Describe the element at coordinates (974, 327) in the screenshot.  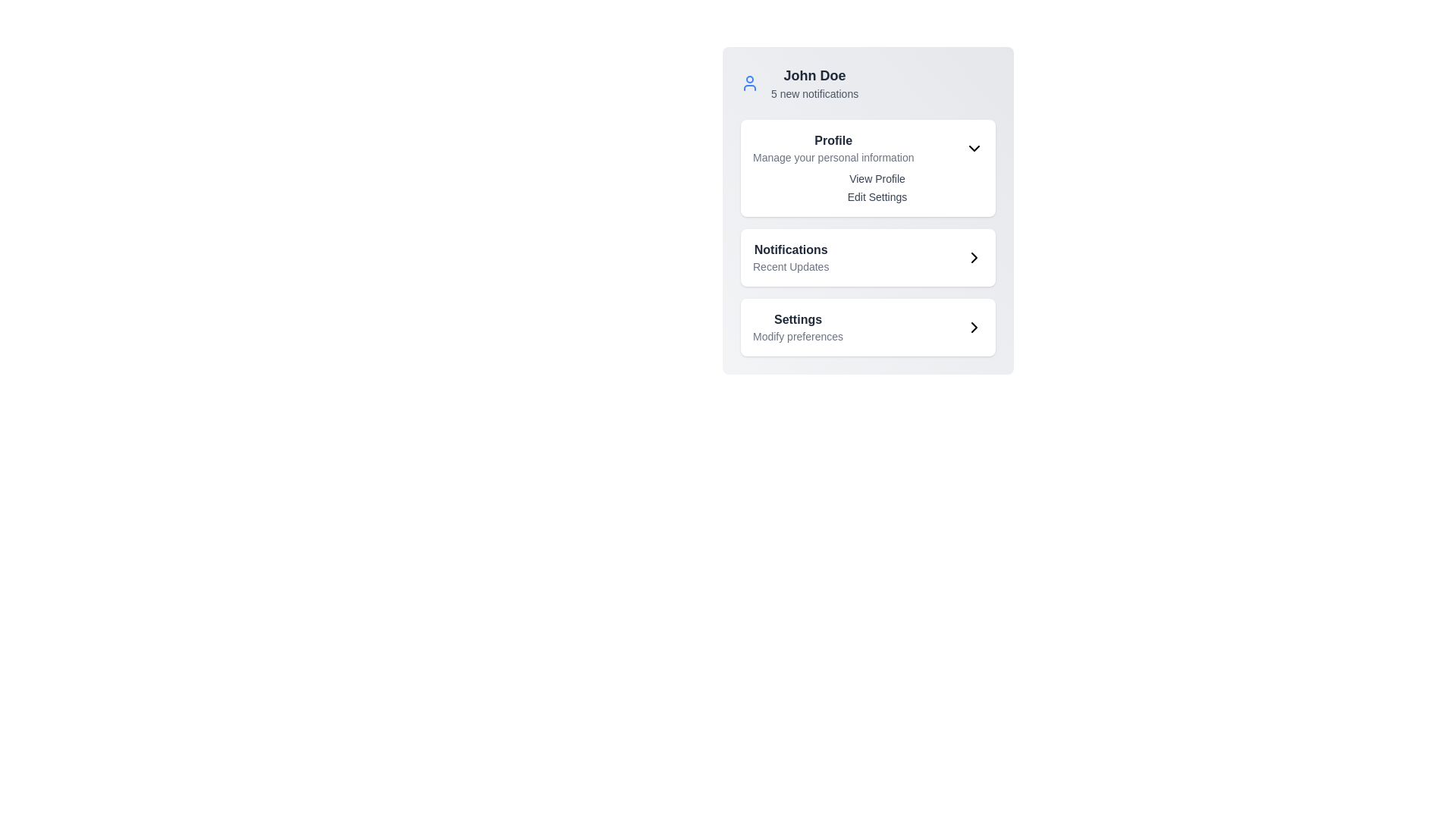
I see `the chevron icon located at the right end of the 'Settings' row next to 'Modify preferences'` at that location.